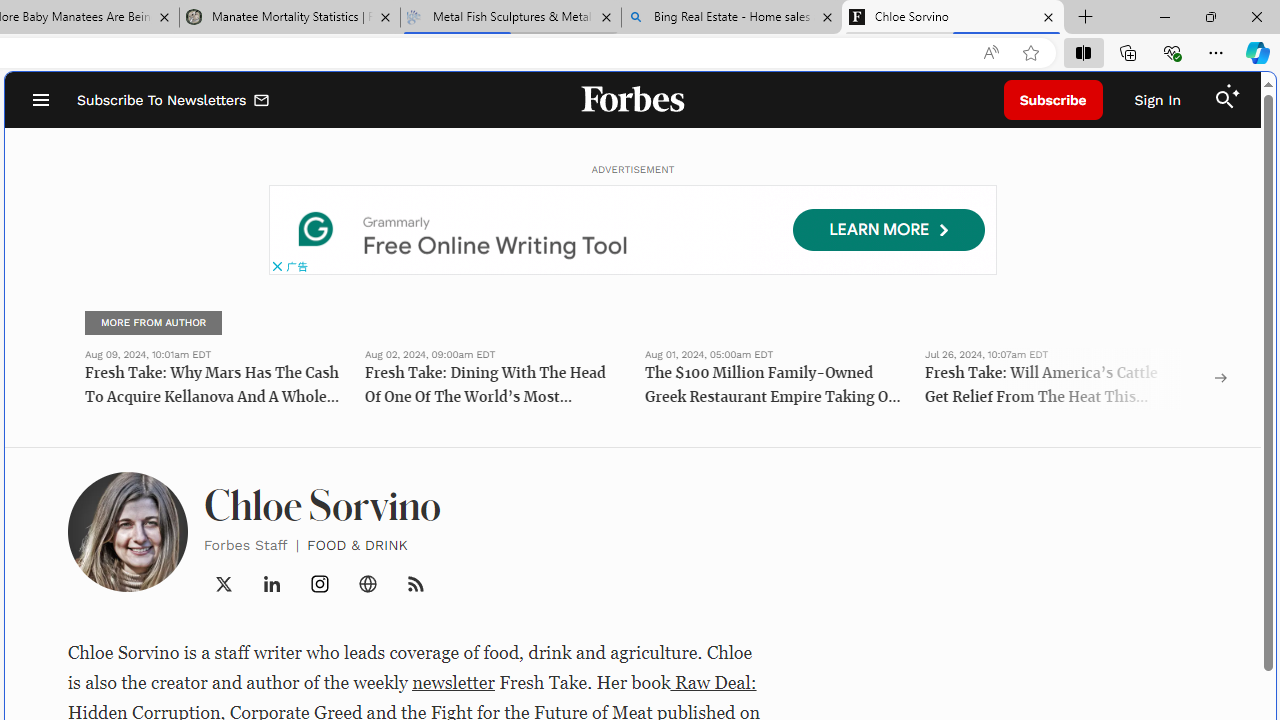 The width and height of the screenshot is (1280, 720). What do you see at coordinates (1223, 100) in the screenshot?
I see `'Class: search_svg__fs-icon search_svg__fs-icon--search'` at bounding box center [1223, 100].